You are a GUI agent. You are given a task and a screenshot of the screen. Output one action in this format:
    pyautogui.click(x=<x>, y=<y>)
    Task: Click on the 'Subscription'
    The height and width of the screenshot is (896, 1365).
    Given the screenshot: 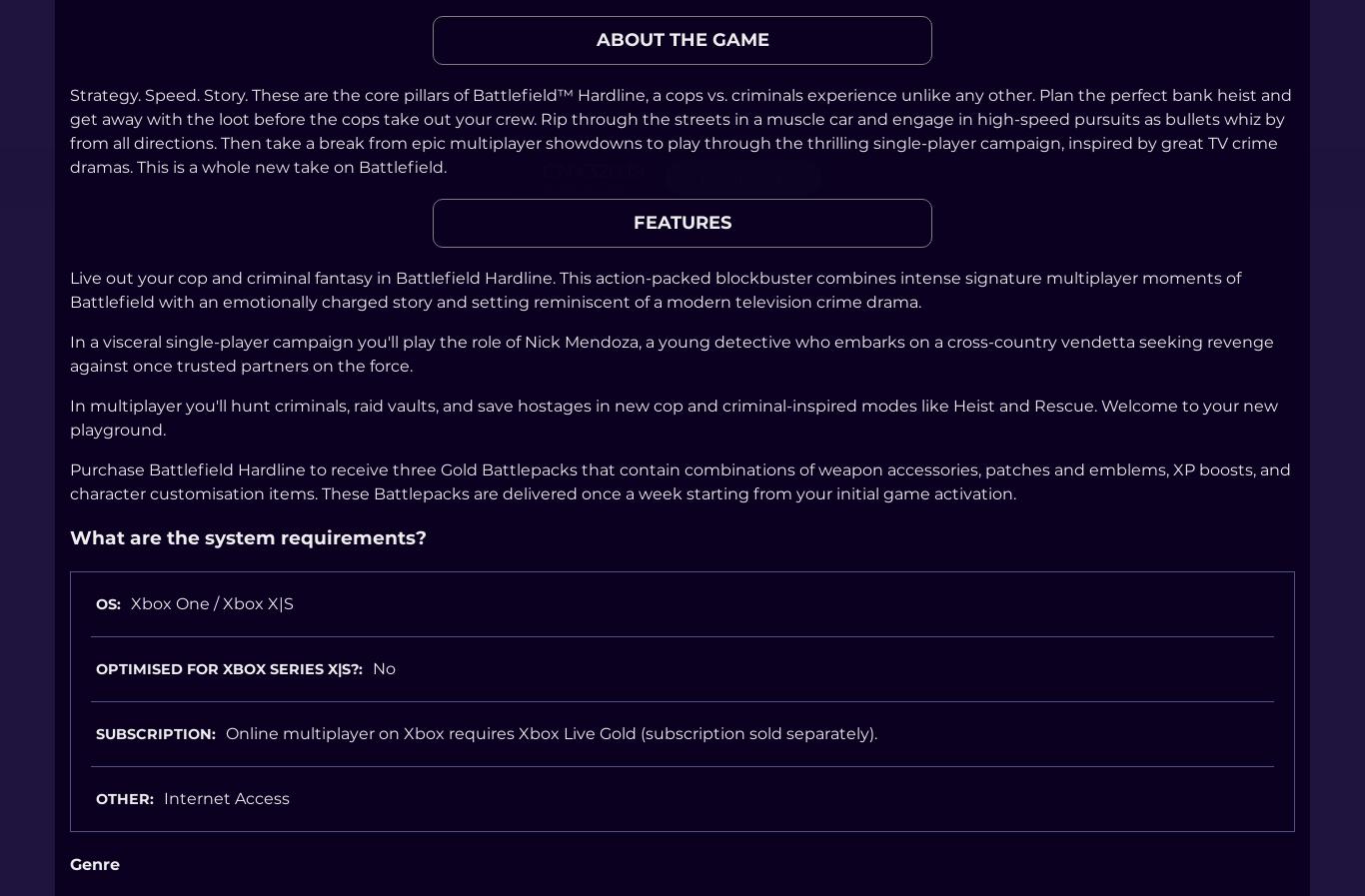 What is the action you would take?
    pyautogui.click(x=152, y=734)
    